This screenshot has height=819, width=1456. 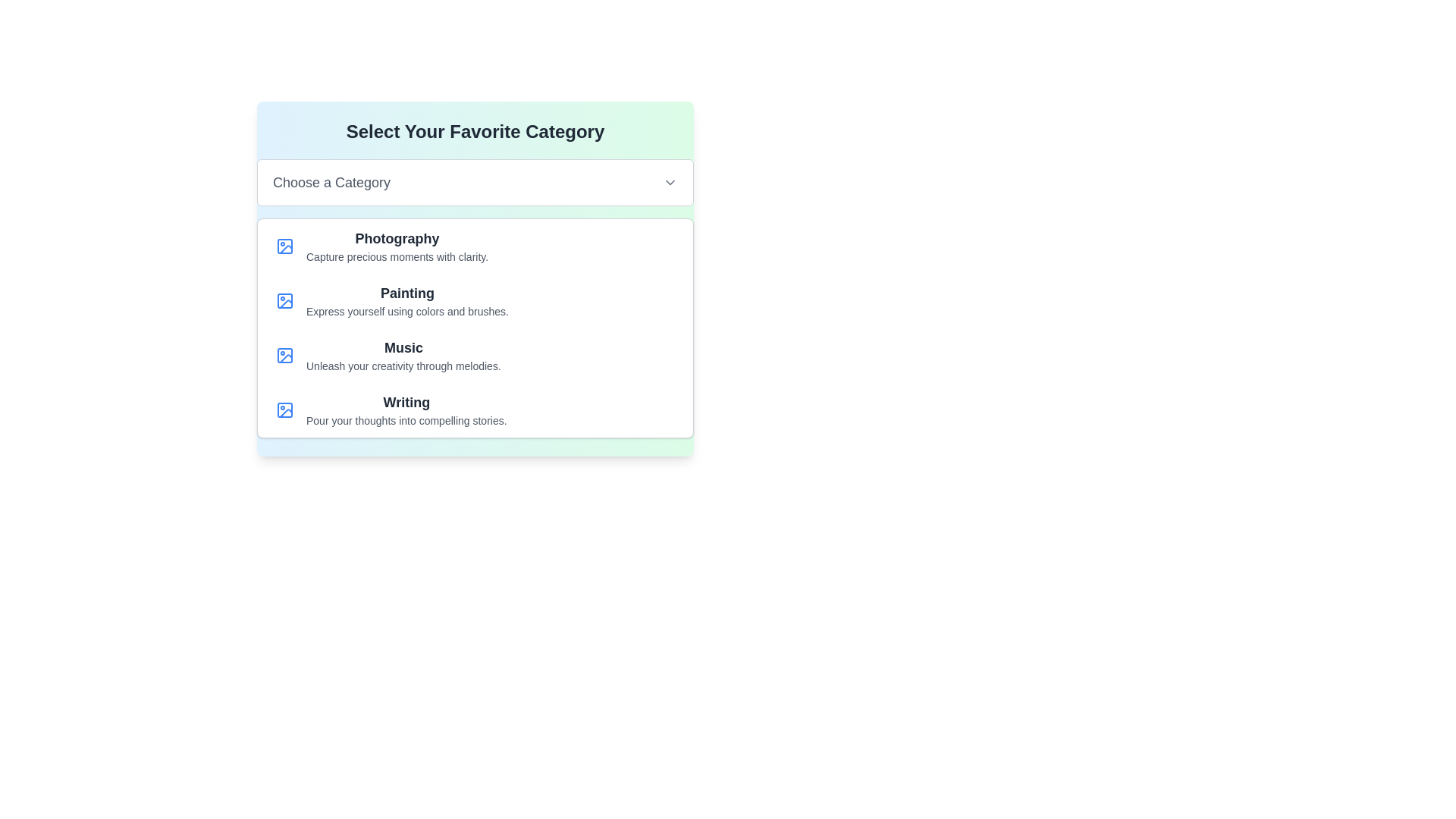 What do you see at coordinates (475, 356) in the screenshot?
I see `the clickable list item representing 'Music', which is the third item in a vertically stacked list of options` at bounding box center [475, 356].